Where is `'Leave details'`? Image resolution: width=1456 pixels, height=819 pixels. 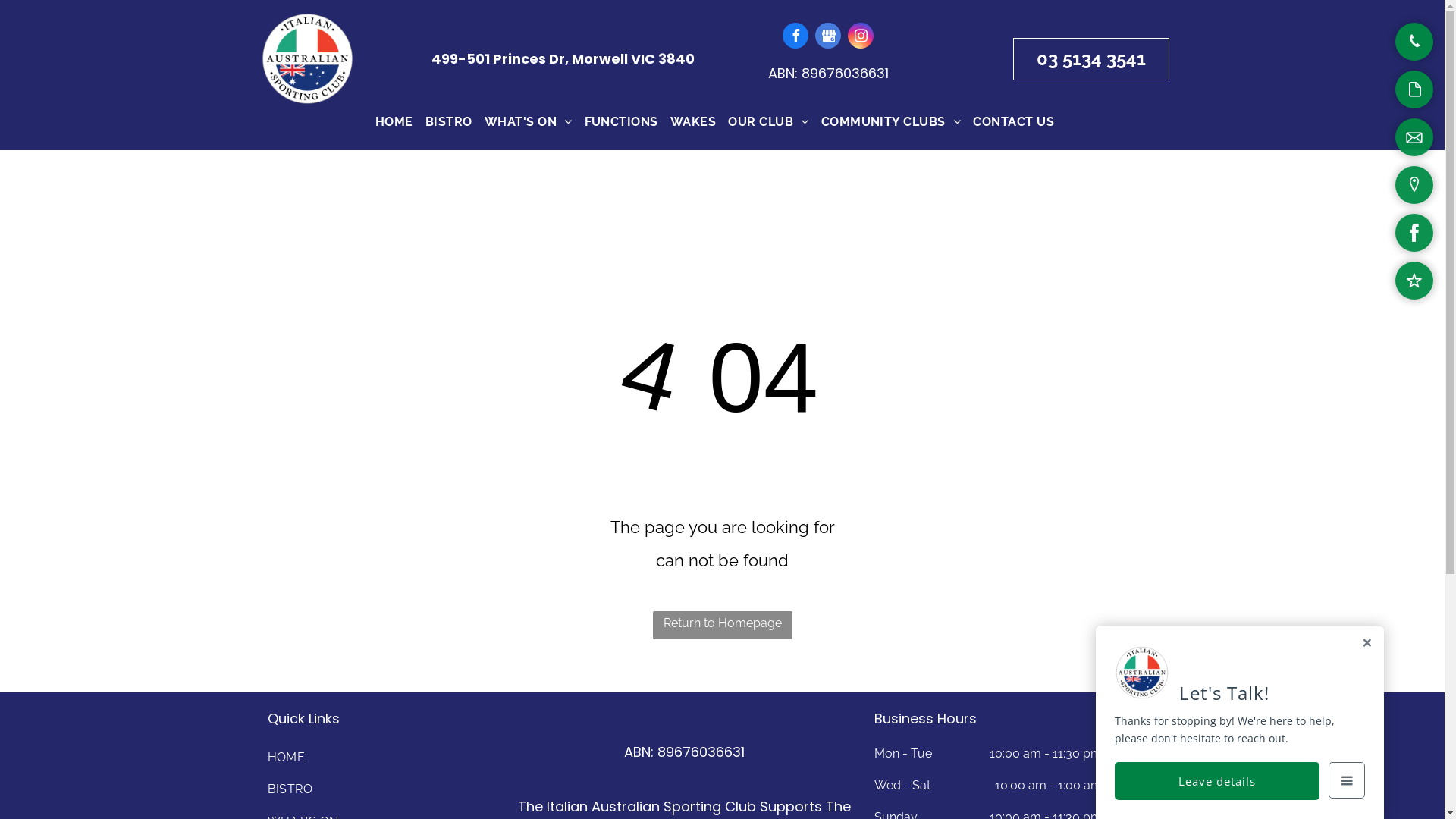
'Leave details' is located at coordinates (1216, 780).